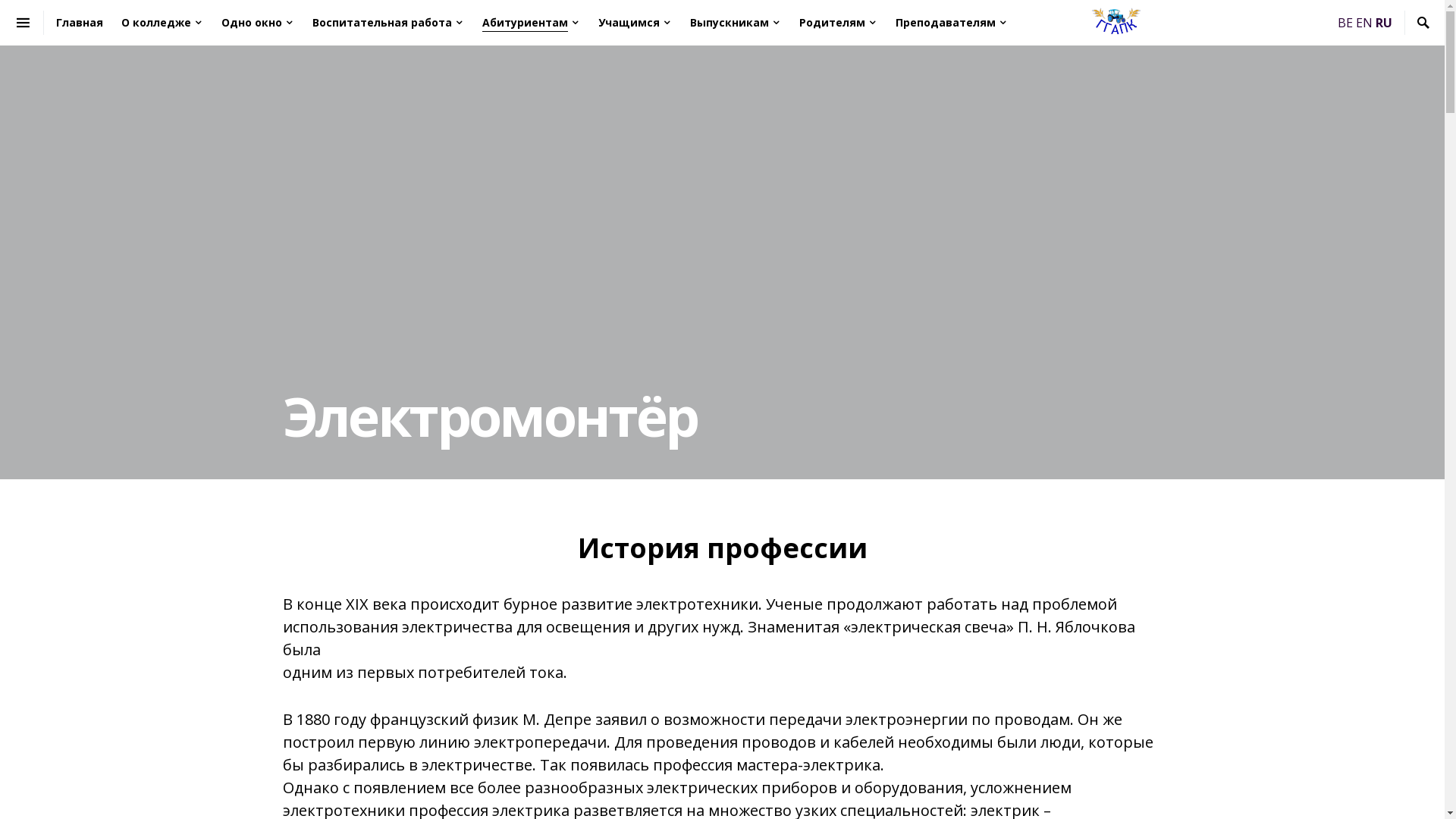  I want to click on 'RU', so click(1376, 22).